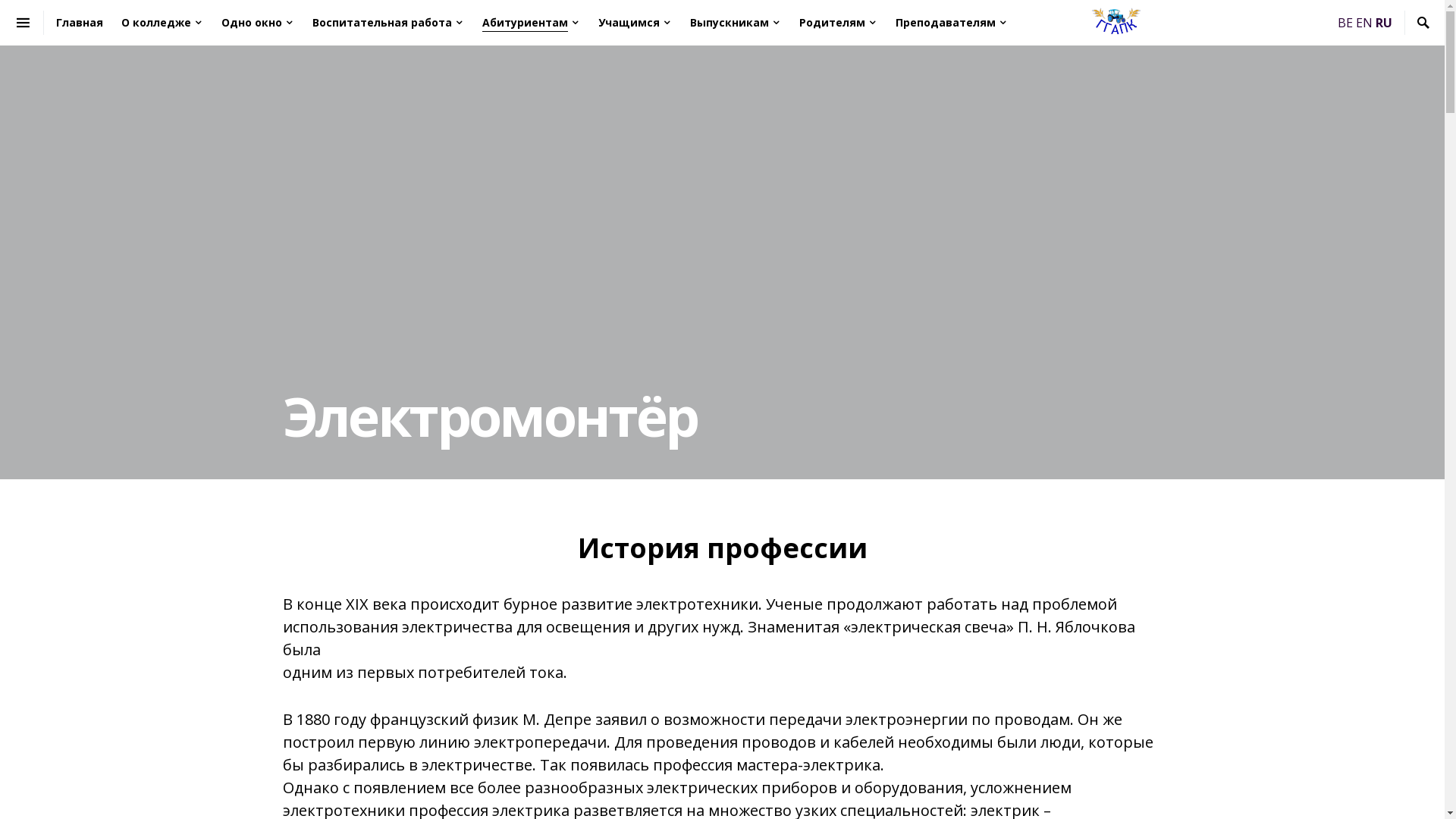  I want to click on 'RU', so click(1376, 22).